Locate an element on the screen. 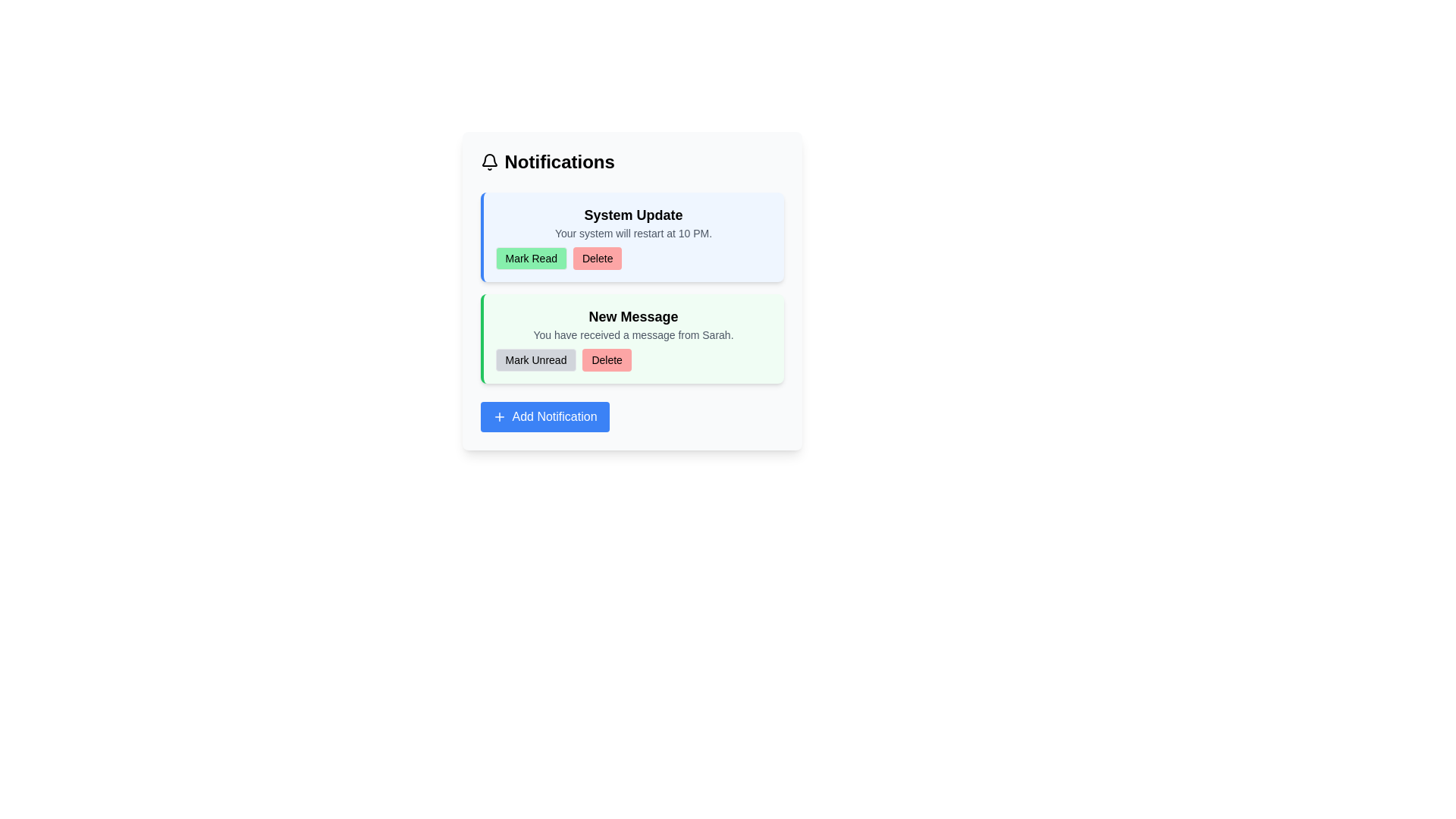 This screenshot has height=819, width=1456. text label that says 'Your system will restart at 10 PM.' located below the title 'System Update' in the notification box is located at coordinates (633, 234).